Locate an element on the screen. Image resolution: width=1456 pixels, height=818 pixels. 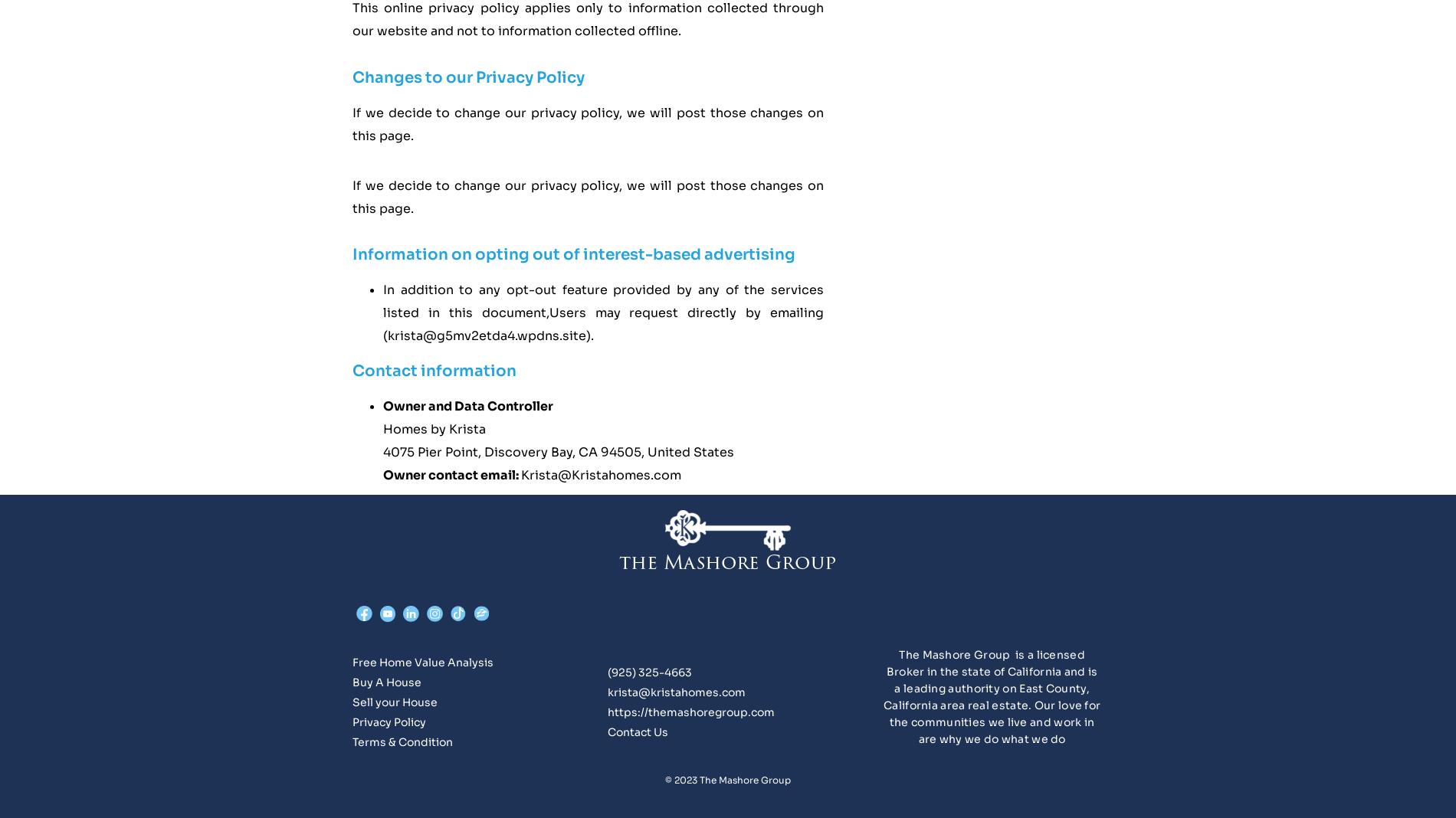
'Our love for the communities we live and work in are why we do what we do' is located at coordinates (994, 721).